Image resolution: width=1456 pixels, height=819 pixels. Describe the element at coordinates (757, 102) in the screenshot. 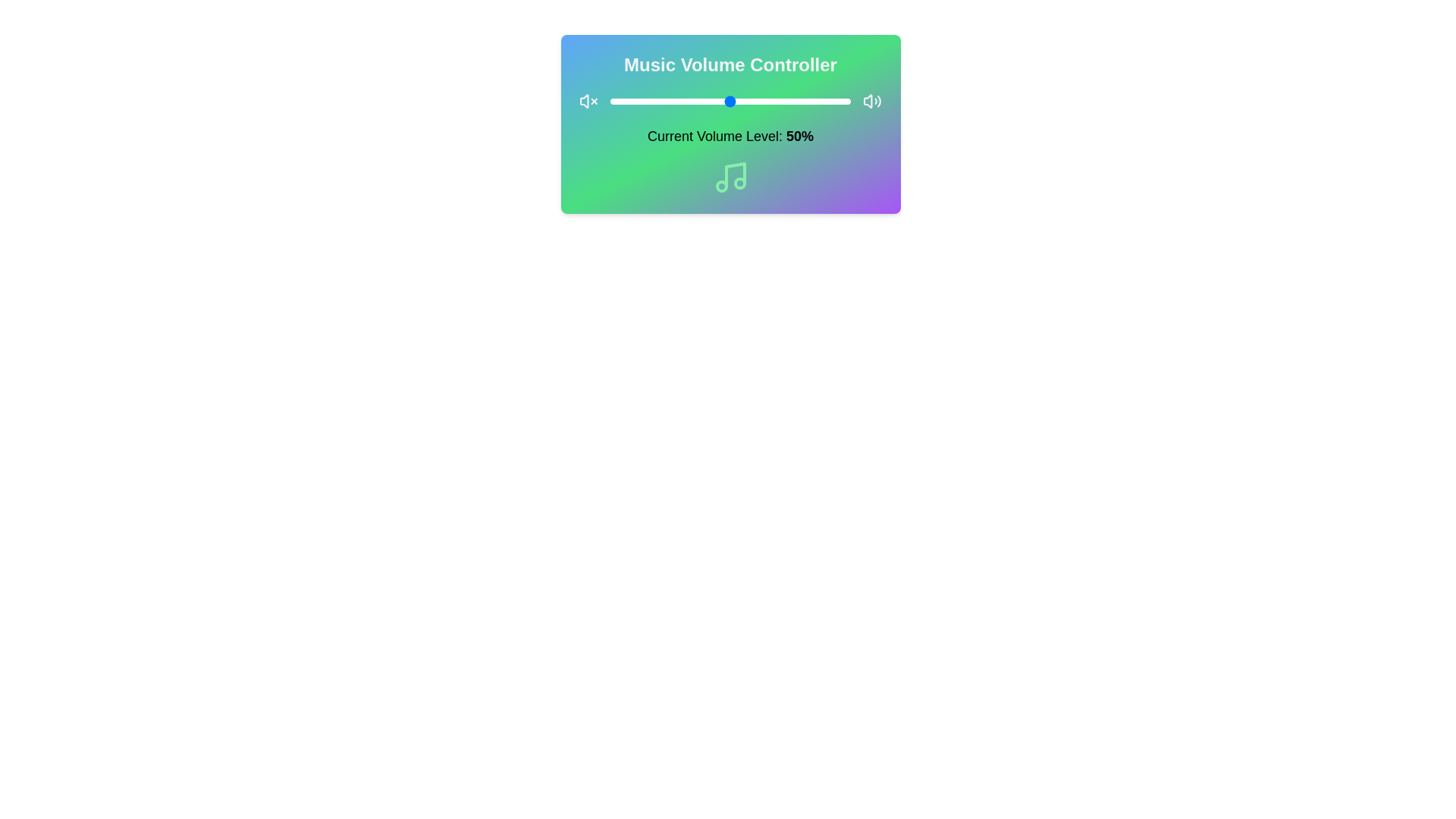

I see `the volume slider to 61%` at that location.